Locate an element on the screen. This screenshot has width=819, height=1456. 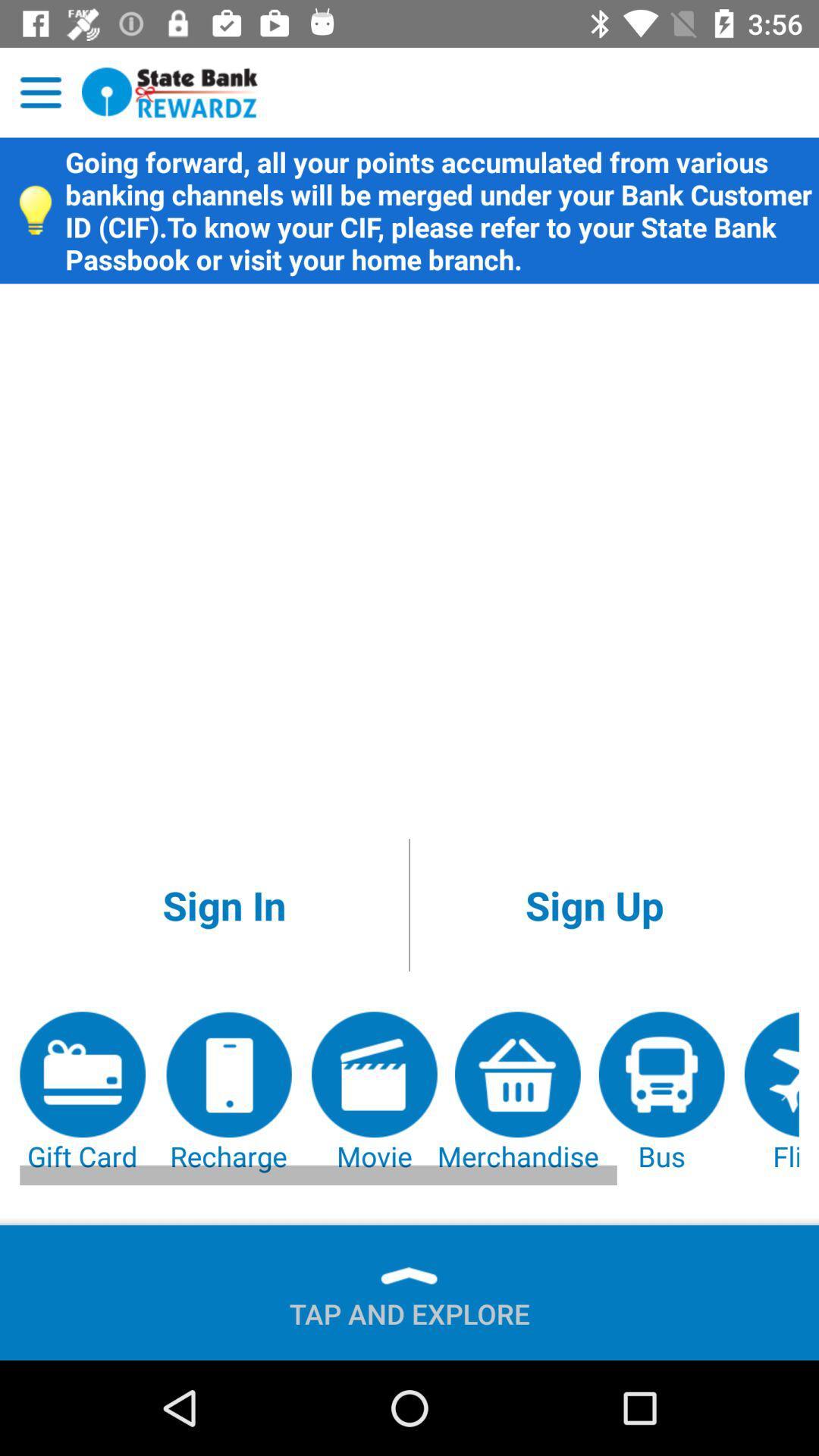
button above the tap and explore button is located at coordinates (83, 1093).